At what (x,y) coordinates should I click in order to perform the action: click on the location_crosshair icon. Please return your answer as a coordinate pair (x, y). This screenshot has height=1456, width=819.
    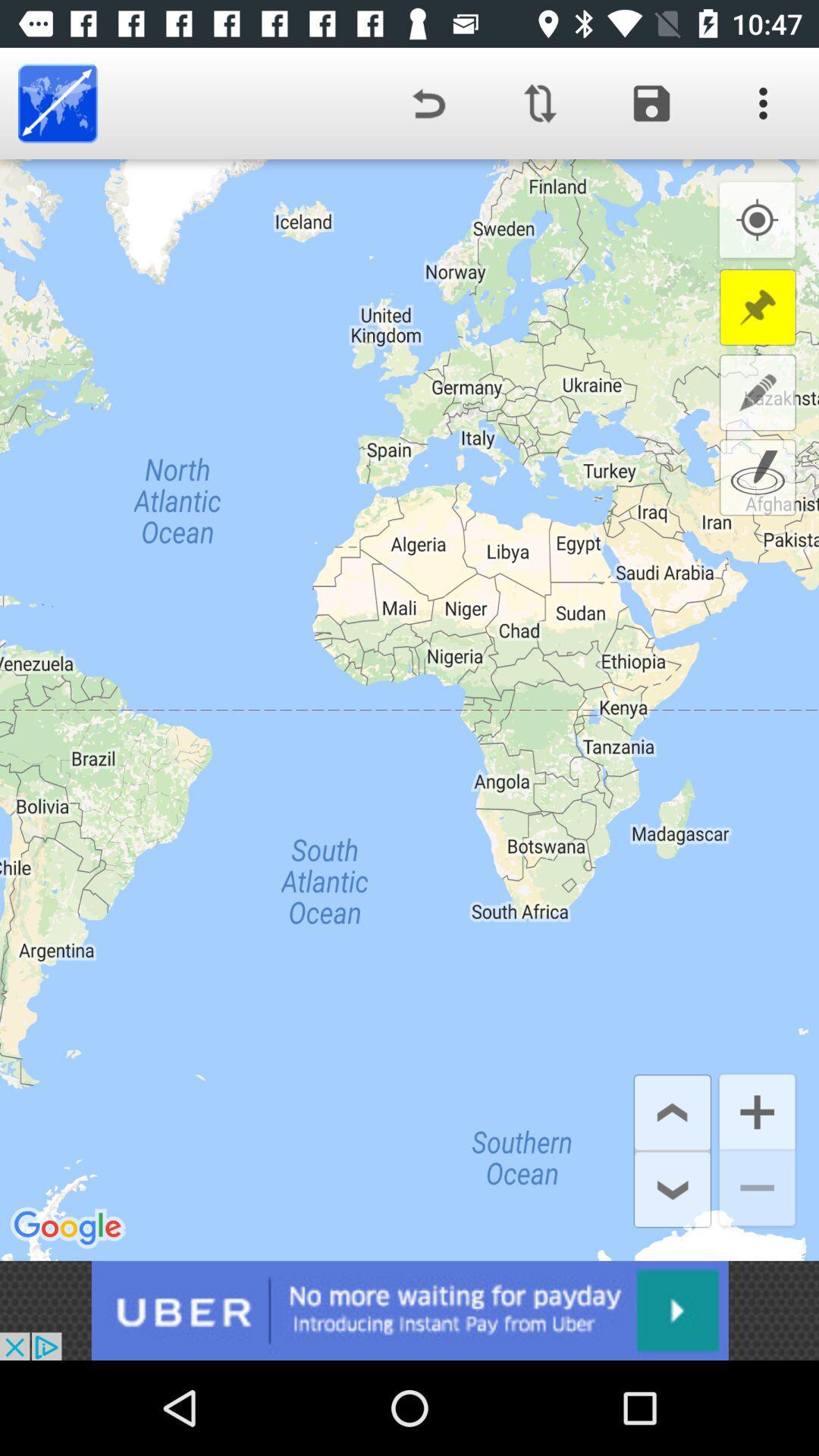
    Looking at the image, I should click on (757, 220).